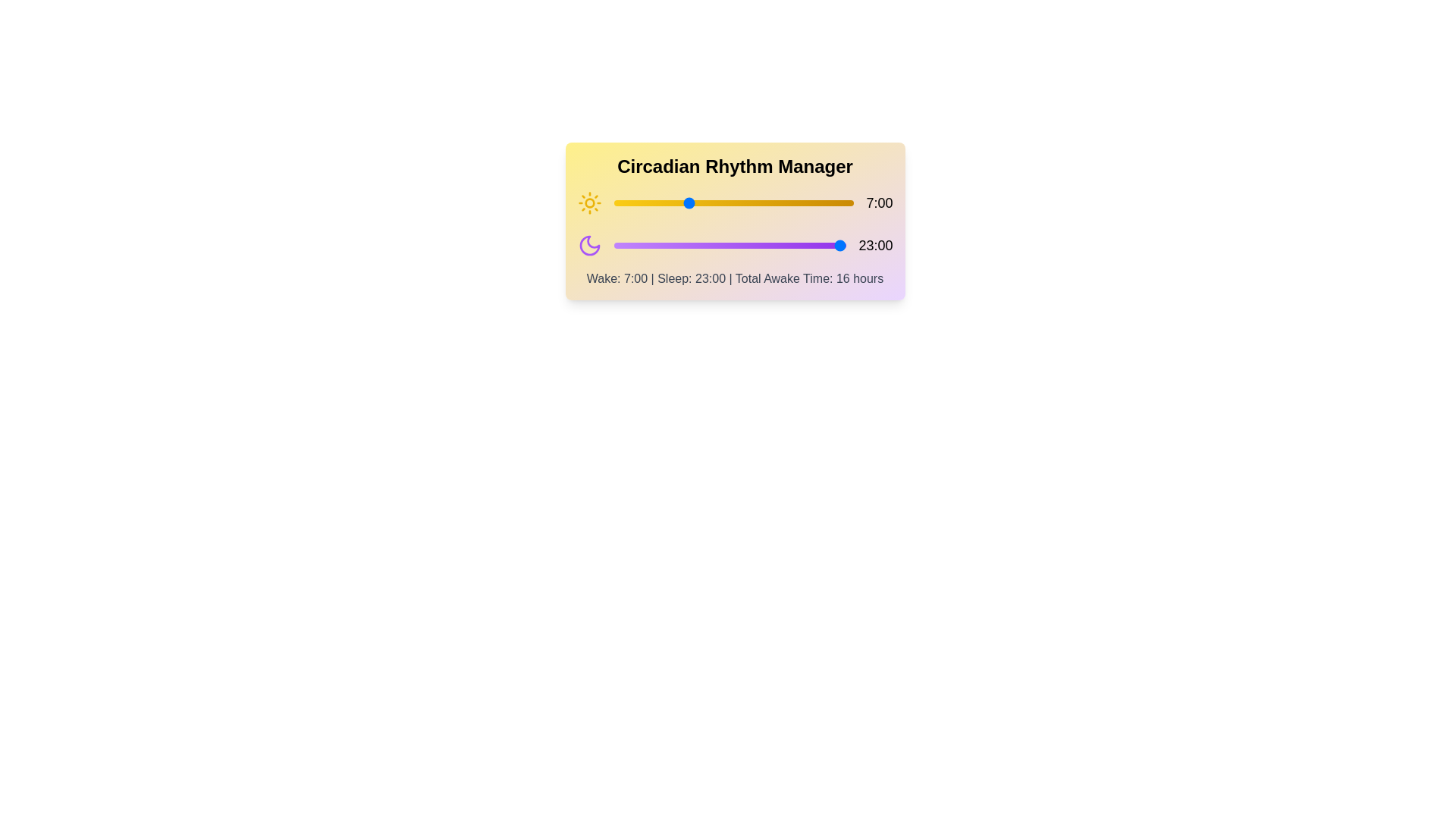  What do you see at coordinates (729, 202) in the screenshot?
I see `the wake time slider to 11 hours` at bounding box center [729, 202].